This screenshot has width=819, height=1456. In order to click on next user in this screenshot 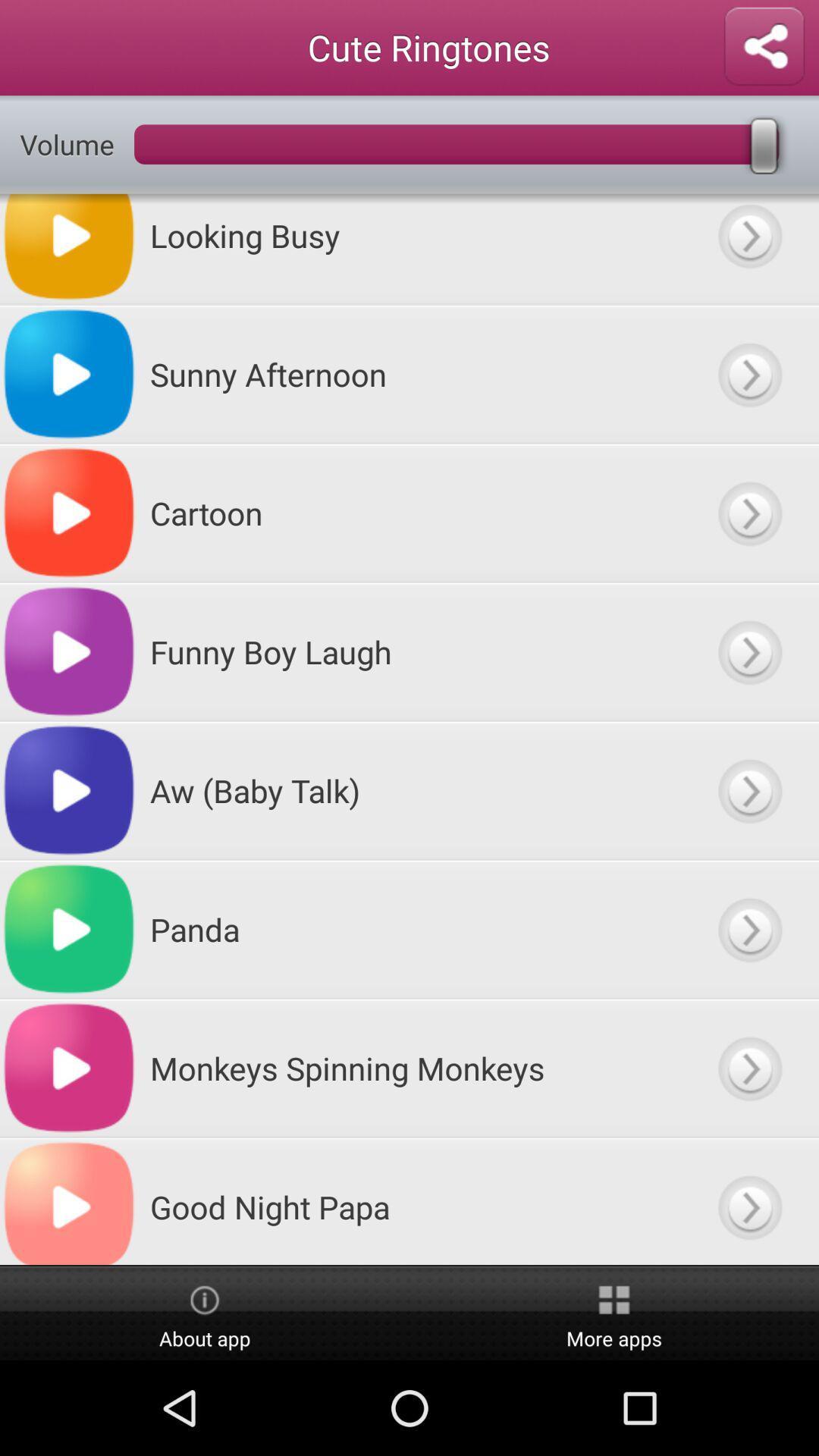, I will do `click(748, 249)`.